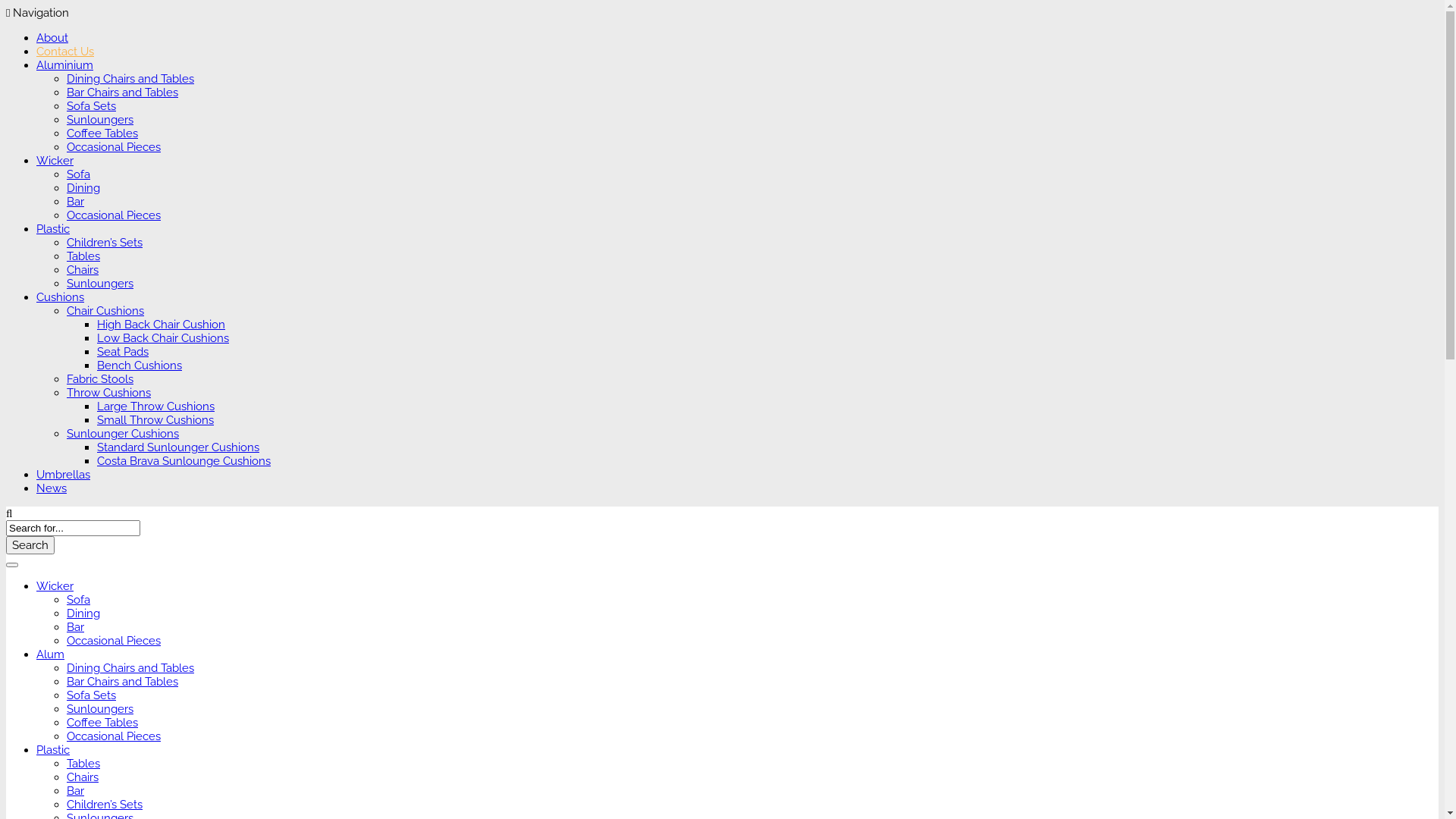  I want to click on 'Wicker', so click(55, 161).